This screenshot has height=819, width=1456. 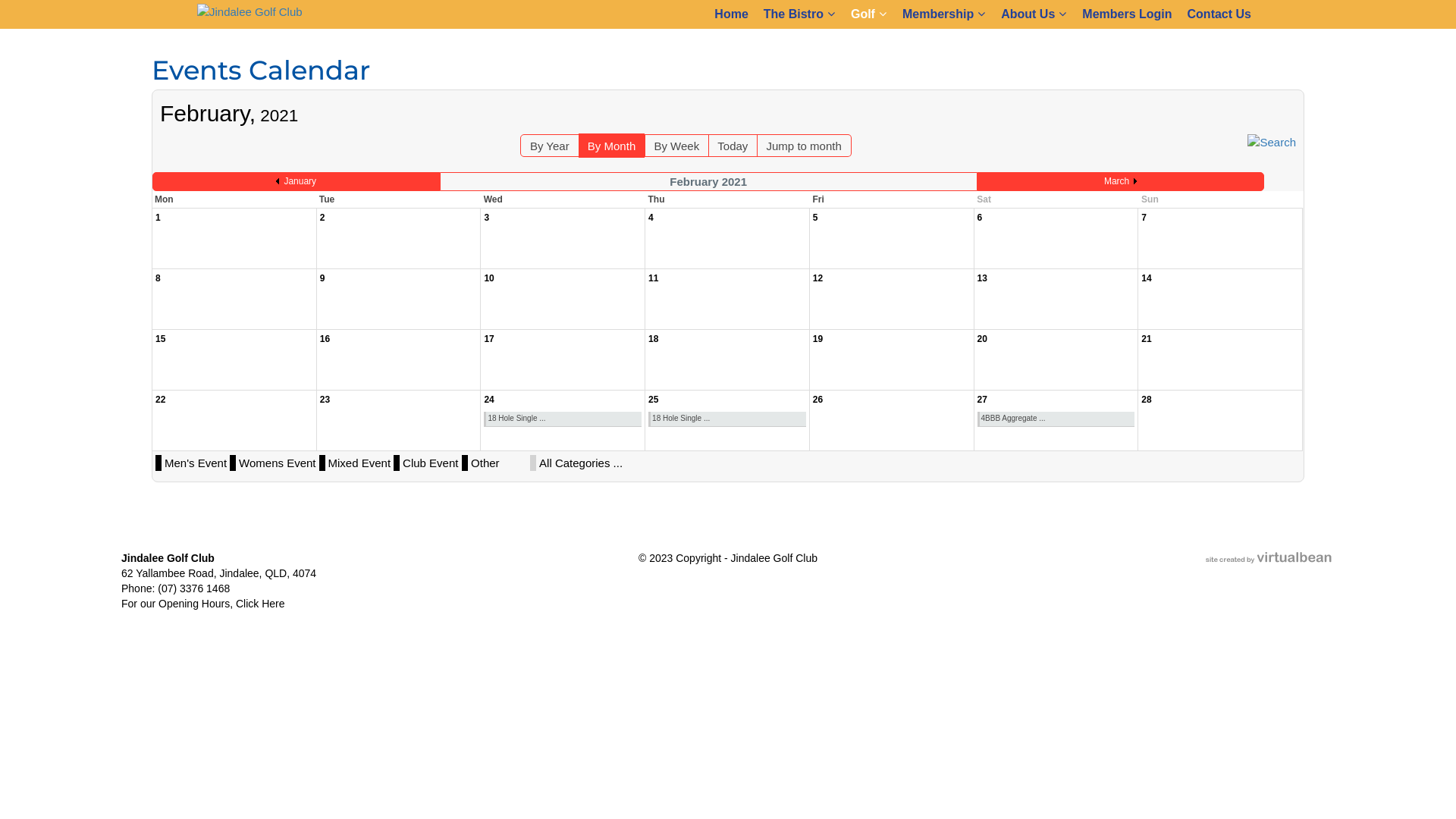 What do you see at coordinates (195, 462) in the screenshot?
I see `'Men's Event'` at bounding box center [195, 462].